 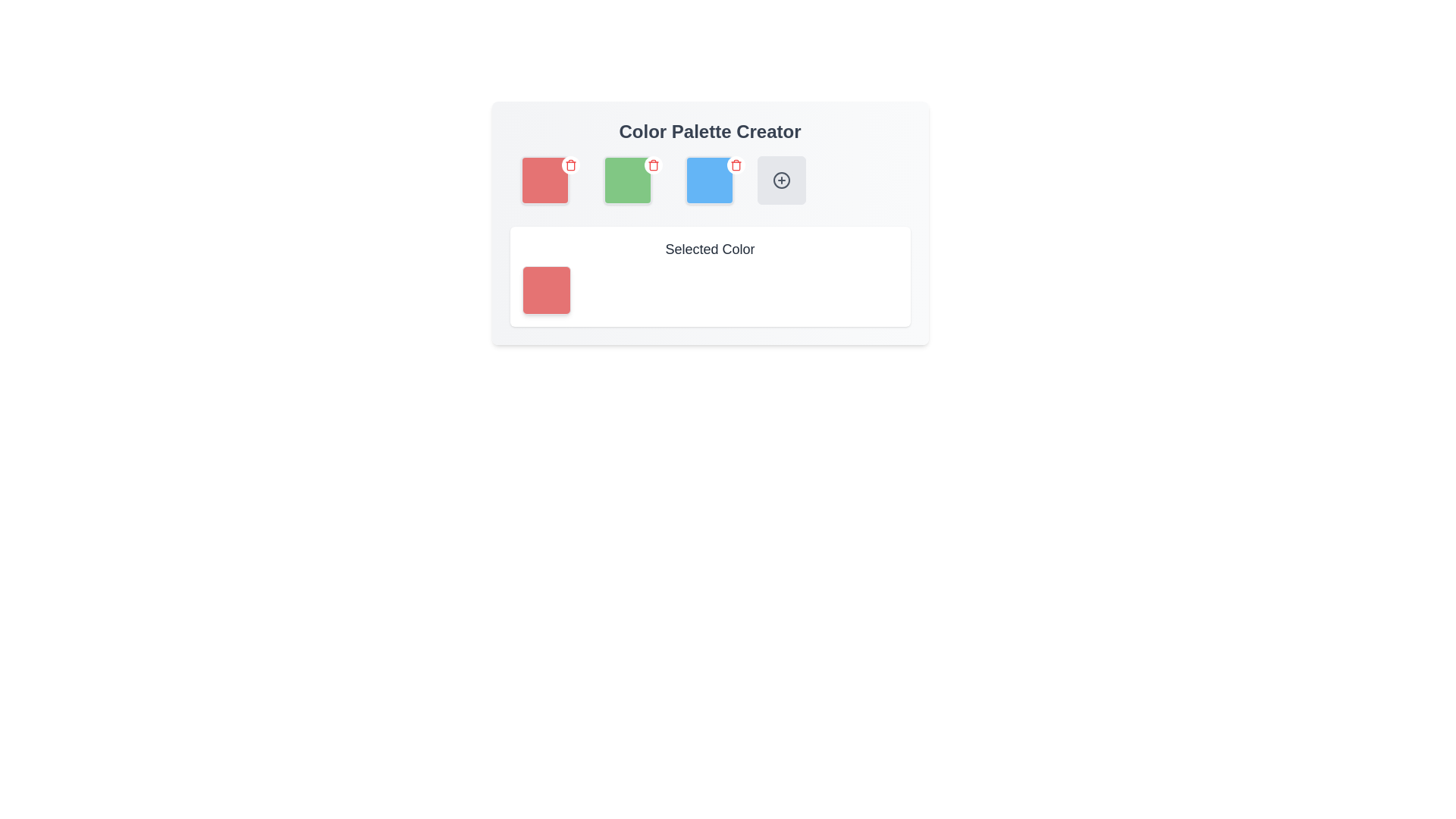 What do you see at coordinates (736, 165) in the screenshot?
I see `the Trash Can icon located at the top-right corner of the blue color square in the color palette section` at bounding box center [736, 165].